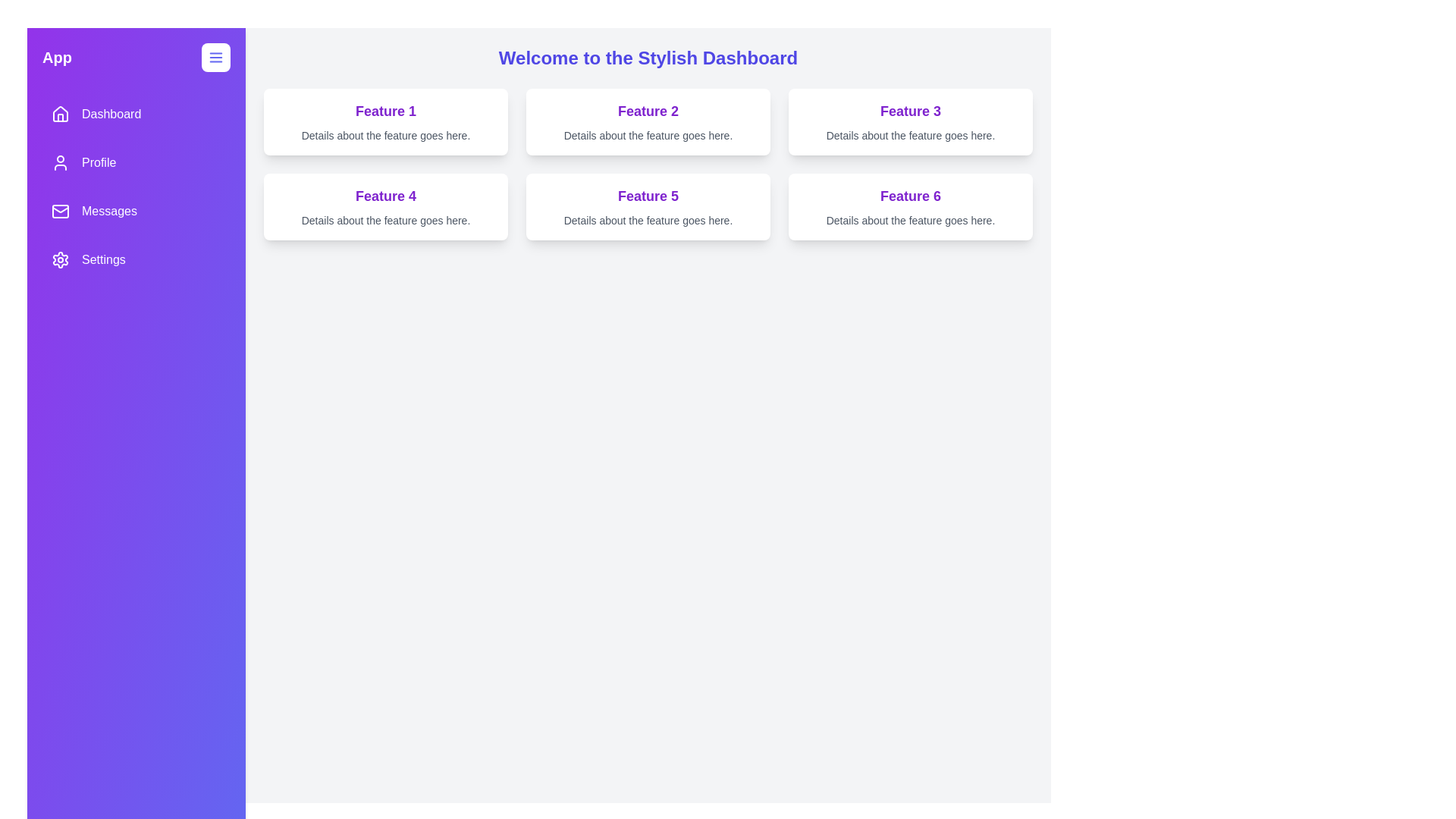 This screenshot has width=1456, height=819. Describe the element at coordinates (648, 121) in the screenshot. I see `the second feature card that provides information about 'Feature 2' located in the first row of the grid` at that location.